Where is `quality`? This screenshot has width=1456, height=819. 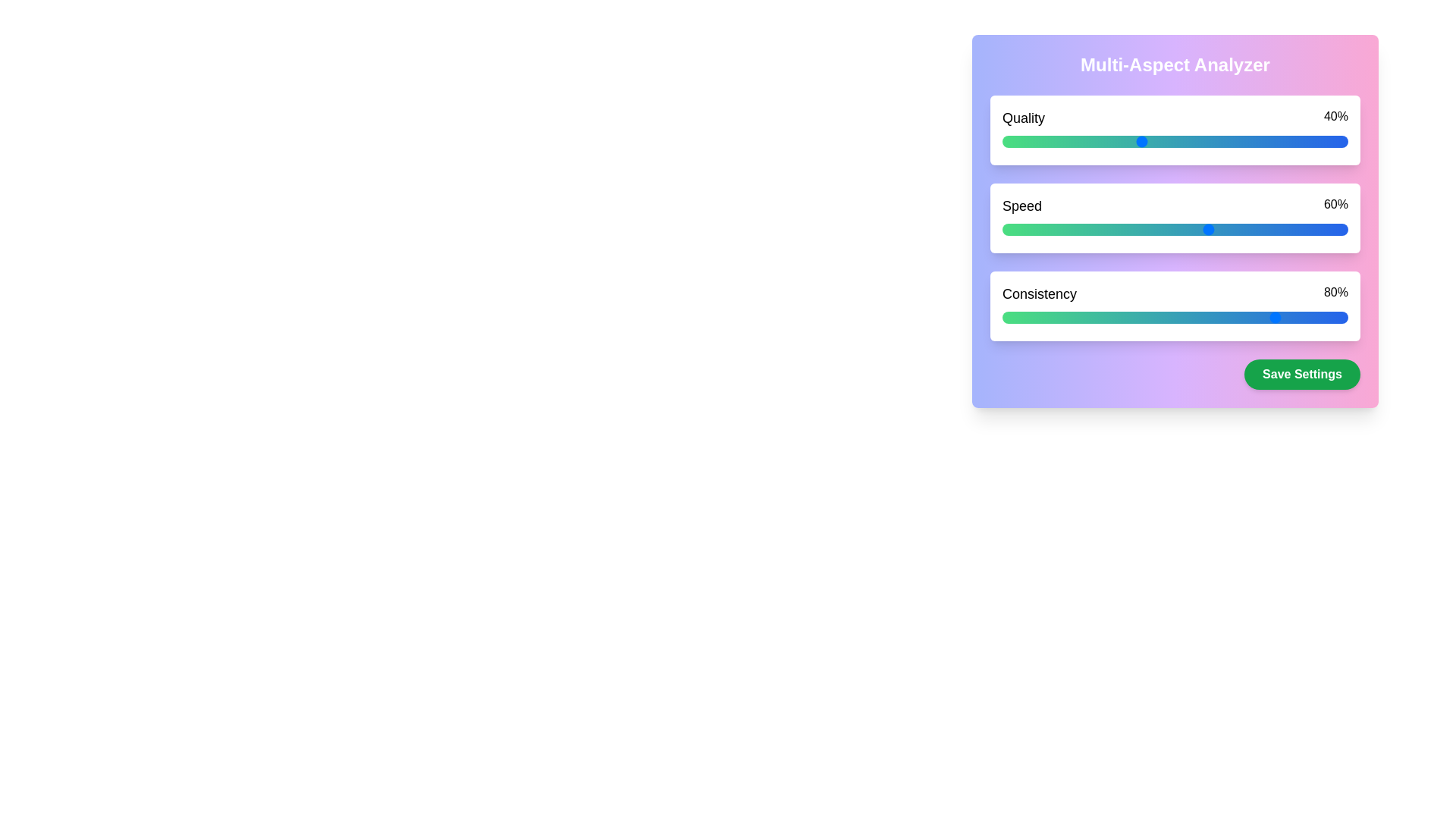
quality is located at coordinates (1244, 141).